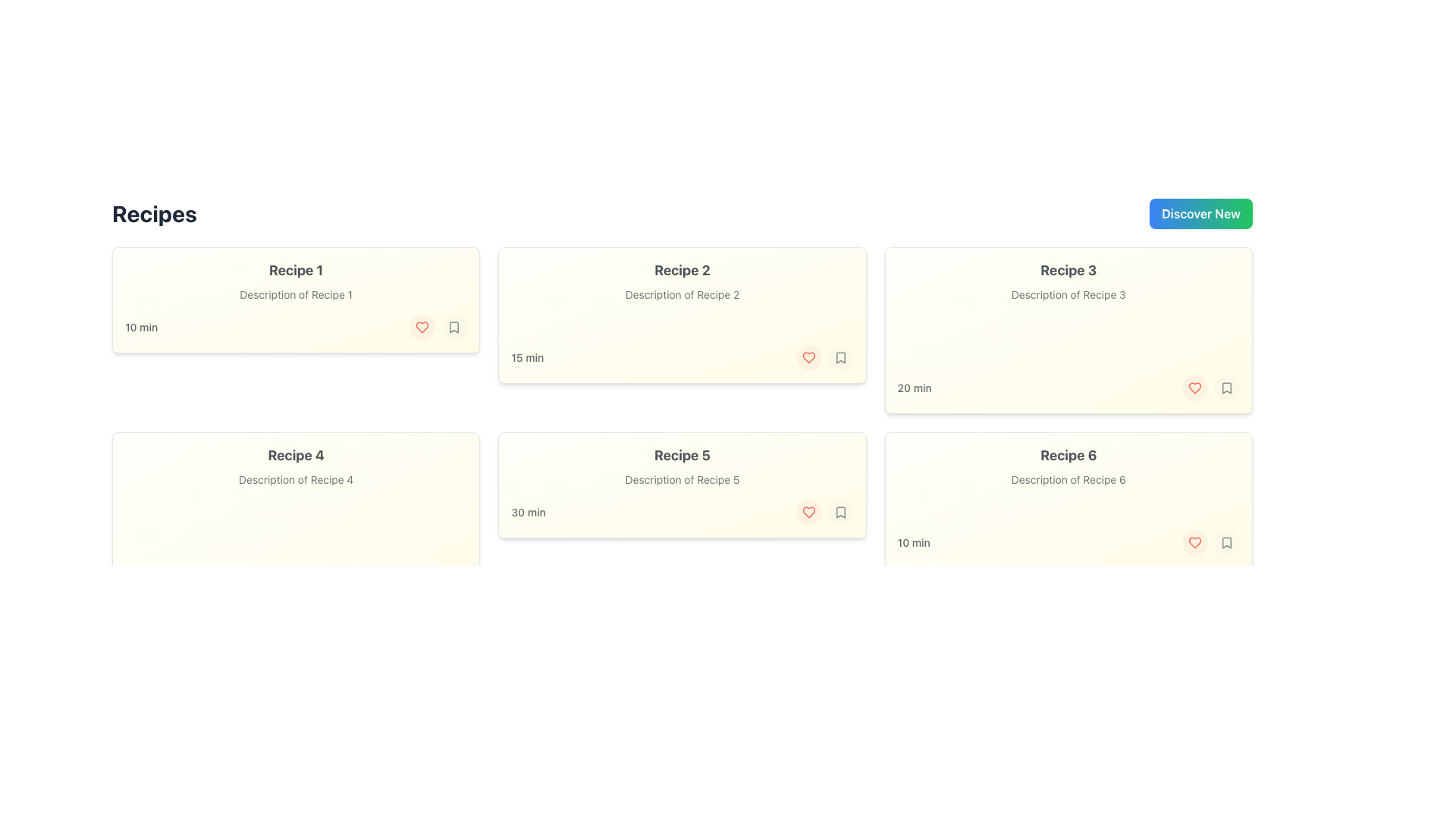 The image size is (1456, 819). What do you see at coordinates (1194, 388) in the screenshot?
I see `the heart-shaped icon with a red stroke, located in the bottom-right corner of the 'Recipe 6' card` at bounding box center [1194, 388].